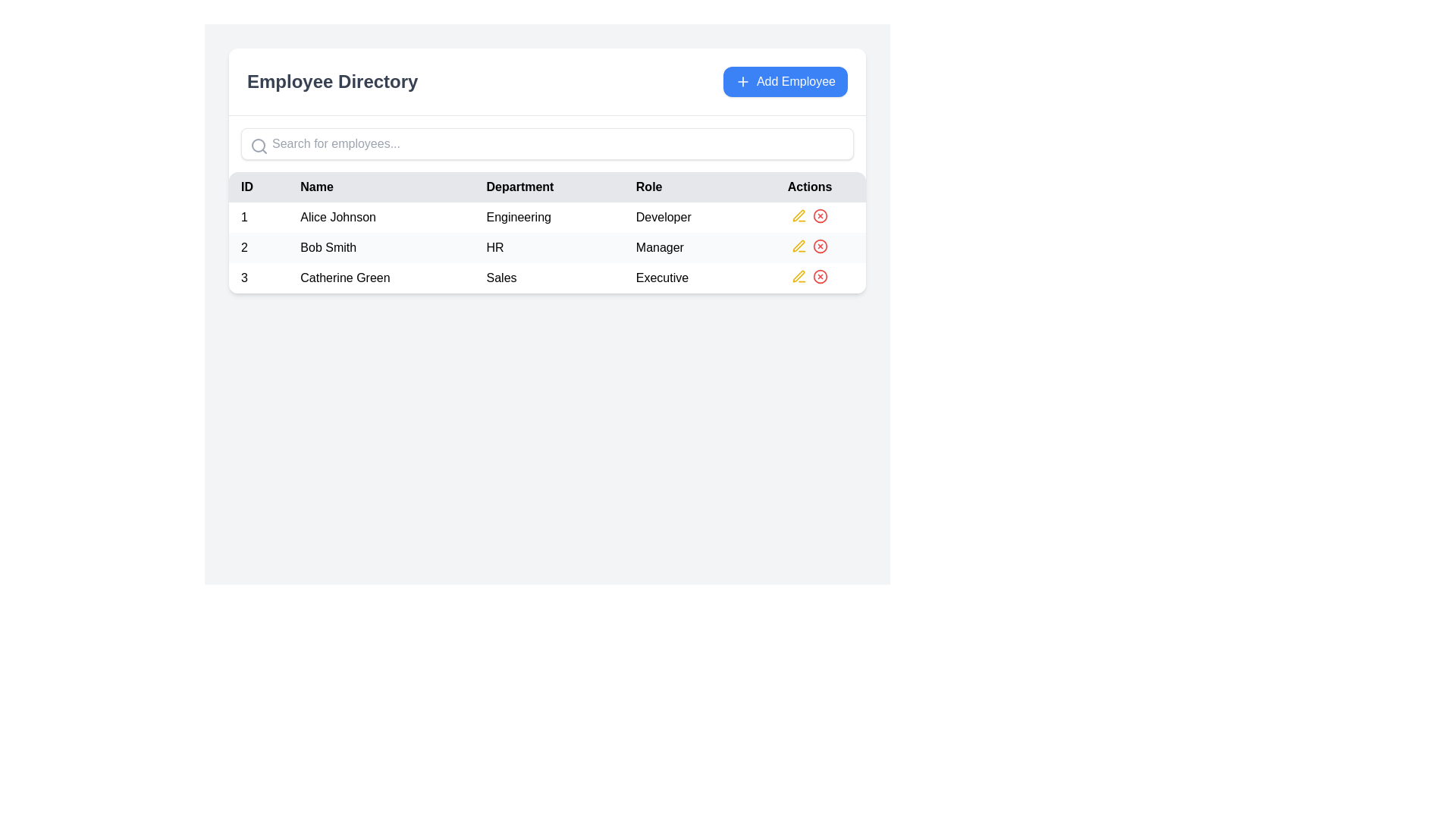  I want to click on the circular red icon with a white cross symbol, located in the 'Actions' column of the second row under 'Bob Smith' in the 'Employee Directory' interface, so click(819, 245).